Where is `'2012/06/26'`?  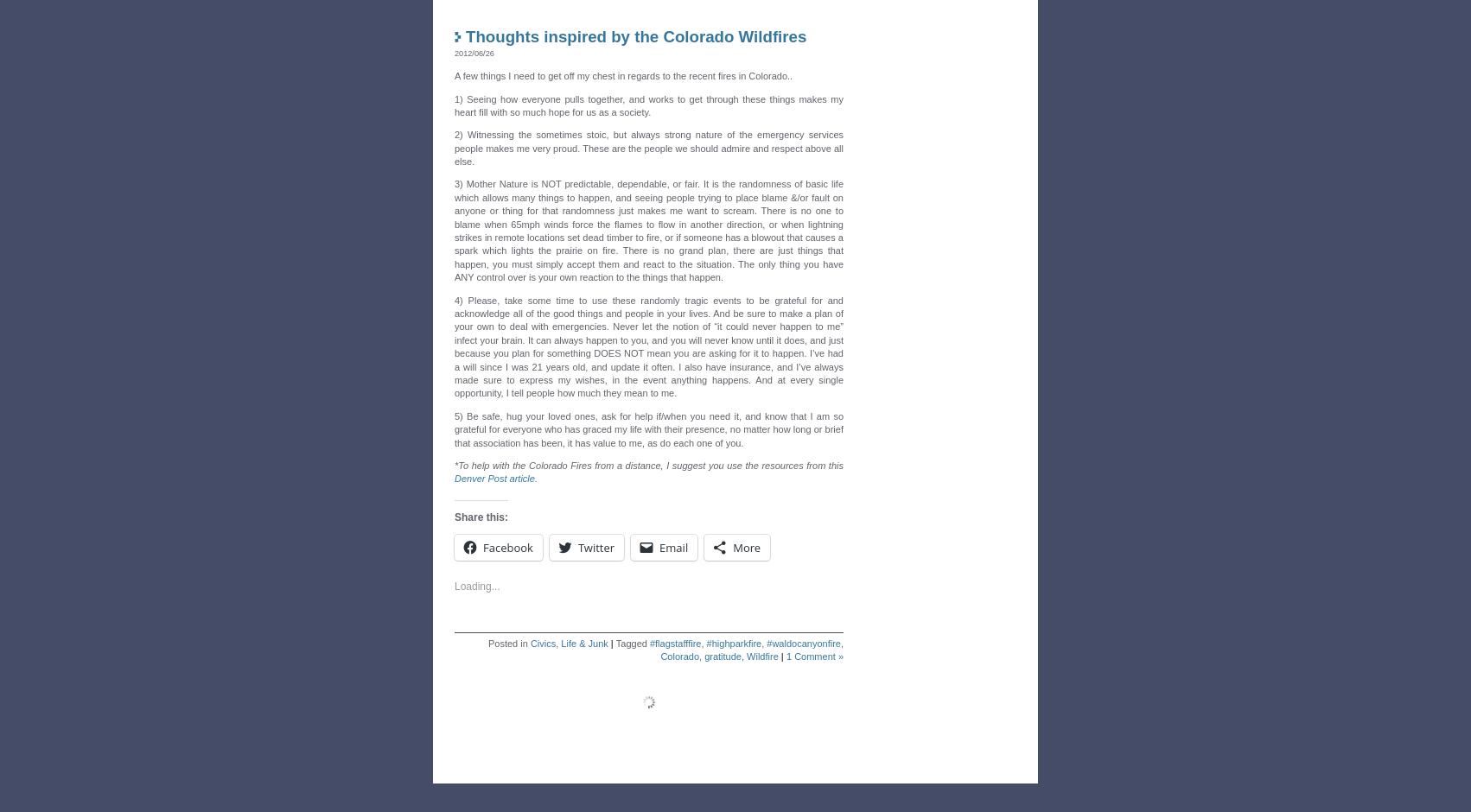
'2012/06/26' is located at coordinates (453, 48).